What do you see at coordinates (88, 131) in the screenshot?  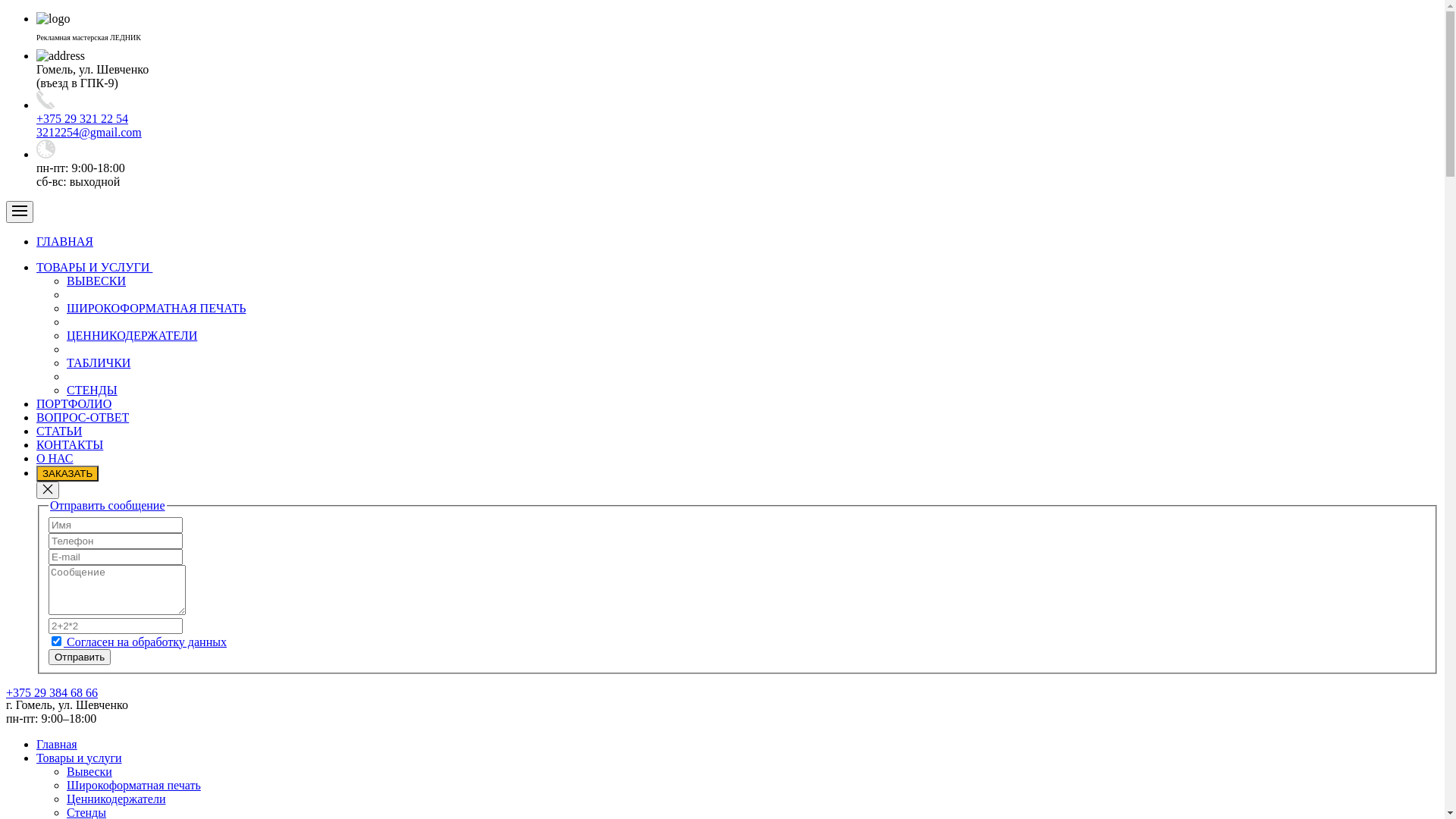 I see `'3212254@gmail.com'` at bounding box center [88, 131].